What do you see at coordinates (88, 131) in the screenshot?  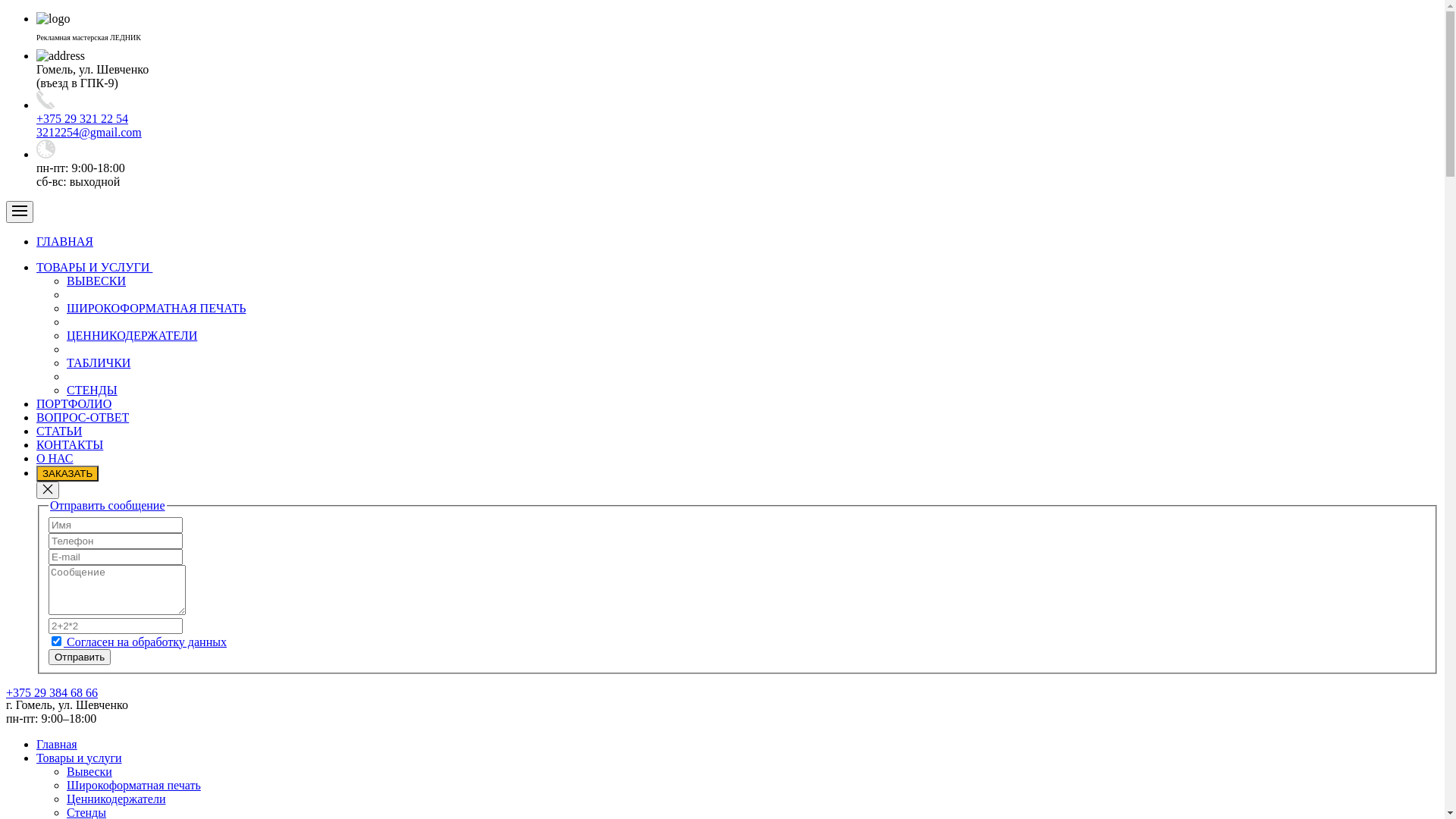 I see `'3212254@gmail.com'` at bounding box center [88, 131].